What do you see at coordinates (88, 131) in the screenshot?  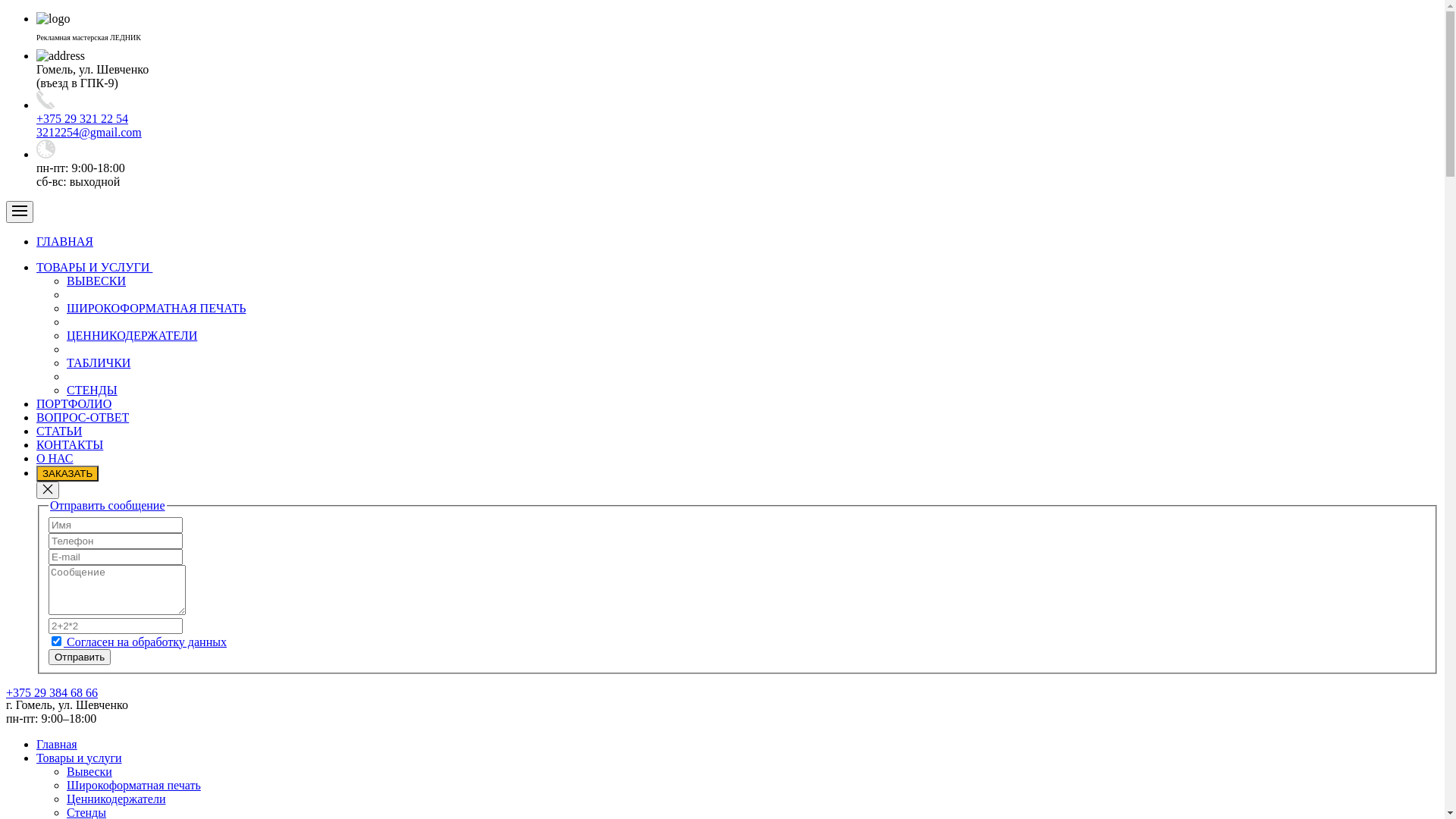 I see `'3212254@gmail.com'` at bounding box center [88, 131].